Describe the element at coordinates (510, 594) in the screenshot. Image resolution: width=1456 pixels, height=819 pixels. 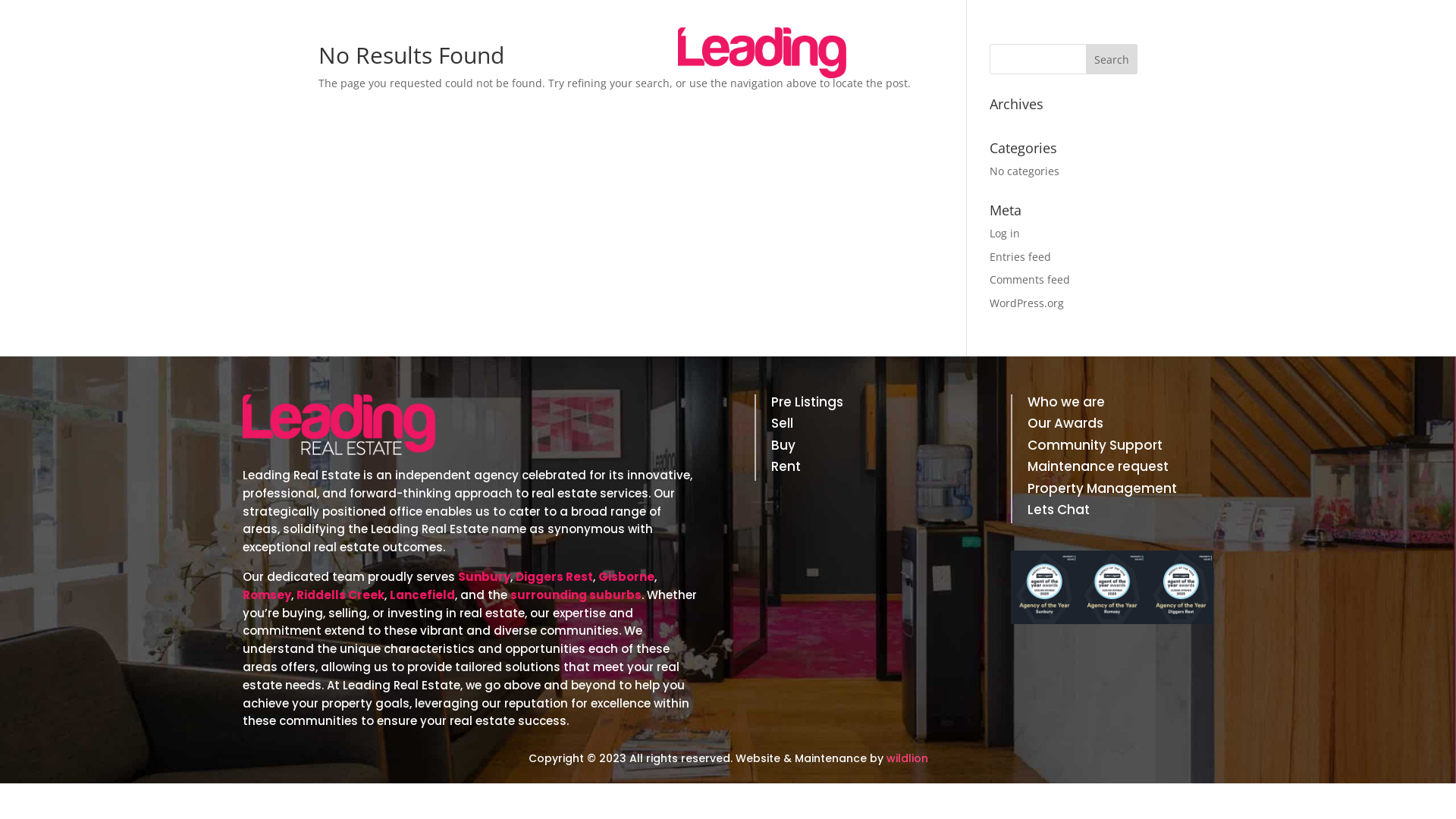
I see `'surrounding suburbs'` at that location.